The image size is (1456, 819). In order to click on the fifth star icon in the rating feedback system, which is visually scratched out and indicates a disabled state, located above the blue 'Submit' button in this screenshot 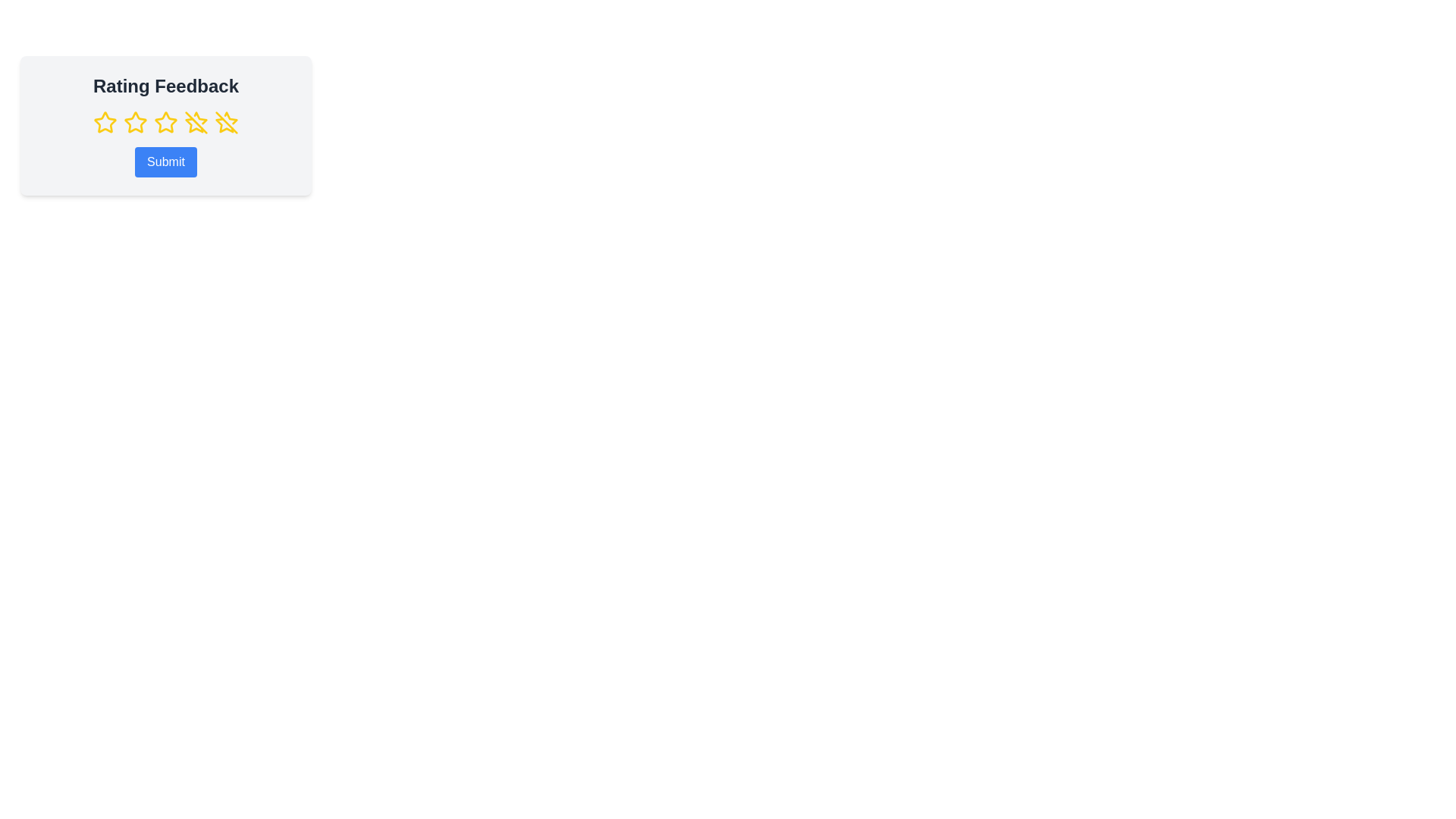, I will do `click(224, 124)`.